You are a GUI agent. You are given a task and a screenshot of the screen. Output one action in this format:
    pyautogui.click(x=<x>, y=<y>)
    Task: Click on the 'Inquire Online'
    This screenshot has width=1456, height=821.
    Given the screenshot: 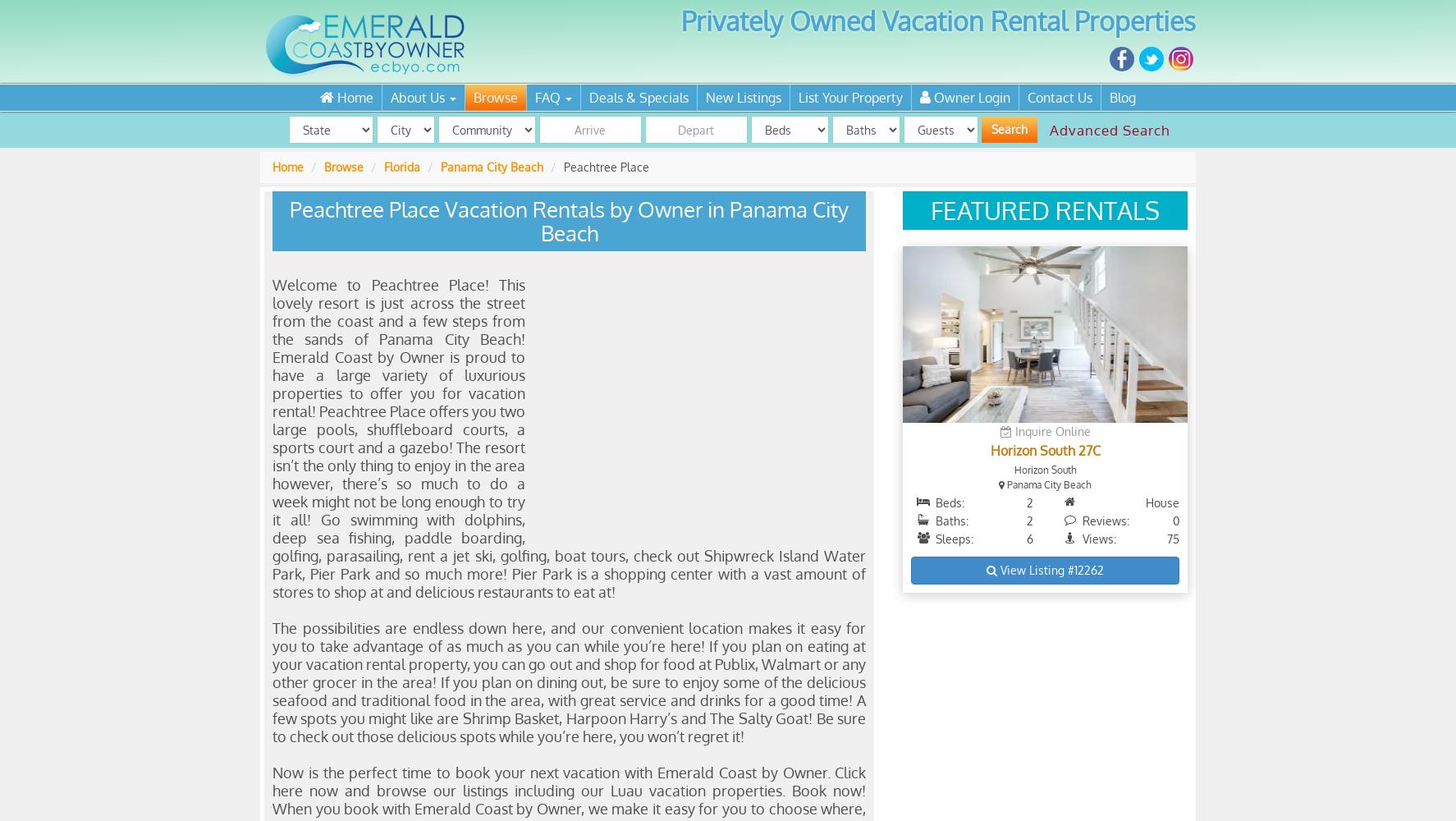 What is the action you would take?
    pyautogui.click(x=1049, y=431)
    